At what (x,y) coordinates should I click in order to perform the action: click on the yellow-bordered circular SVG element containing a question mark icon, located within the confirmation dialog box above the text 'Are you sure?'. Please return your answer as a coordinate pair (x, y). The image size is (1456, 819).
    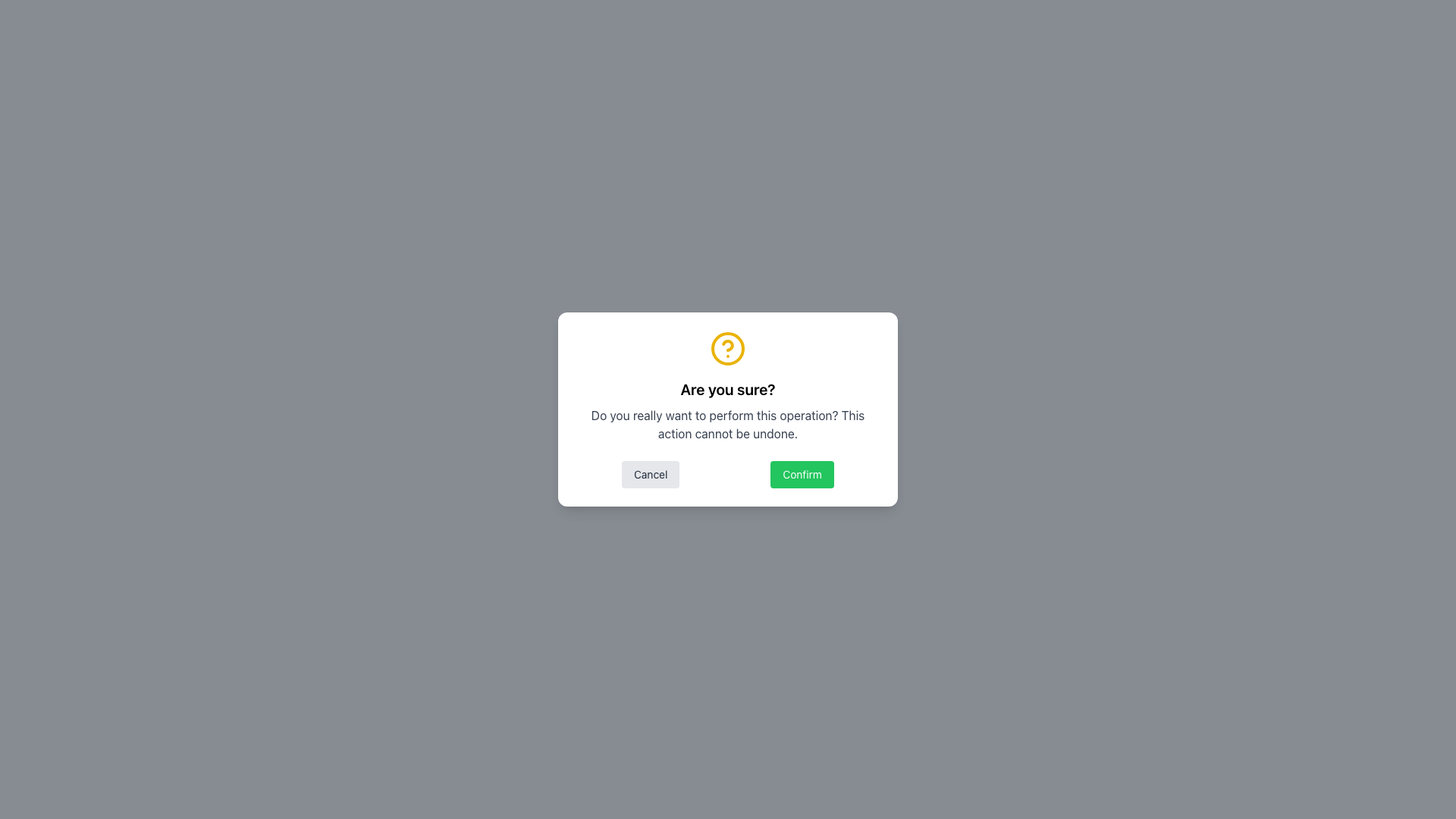
    Looking at the image, I should click on (728, 348).